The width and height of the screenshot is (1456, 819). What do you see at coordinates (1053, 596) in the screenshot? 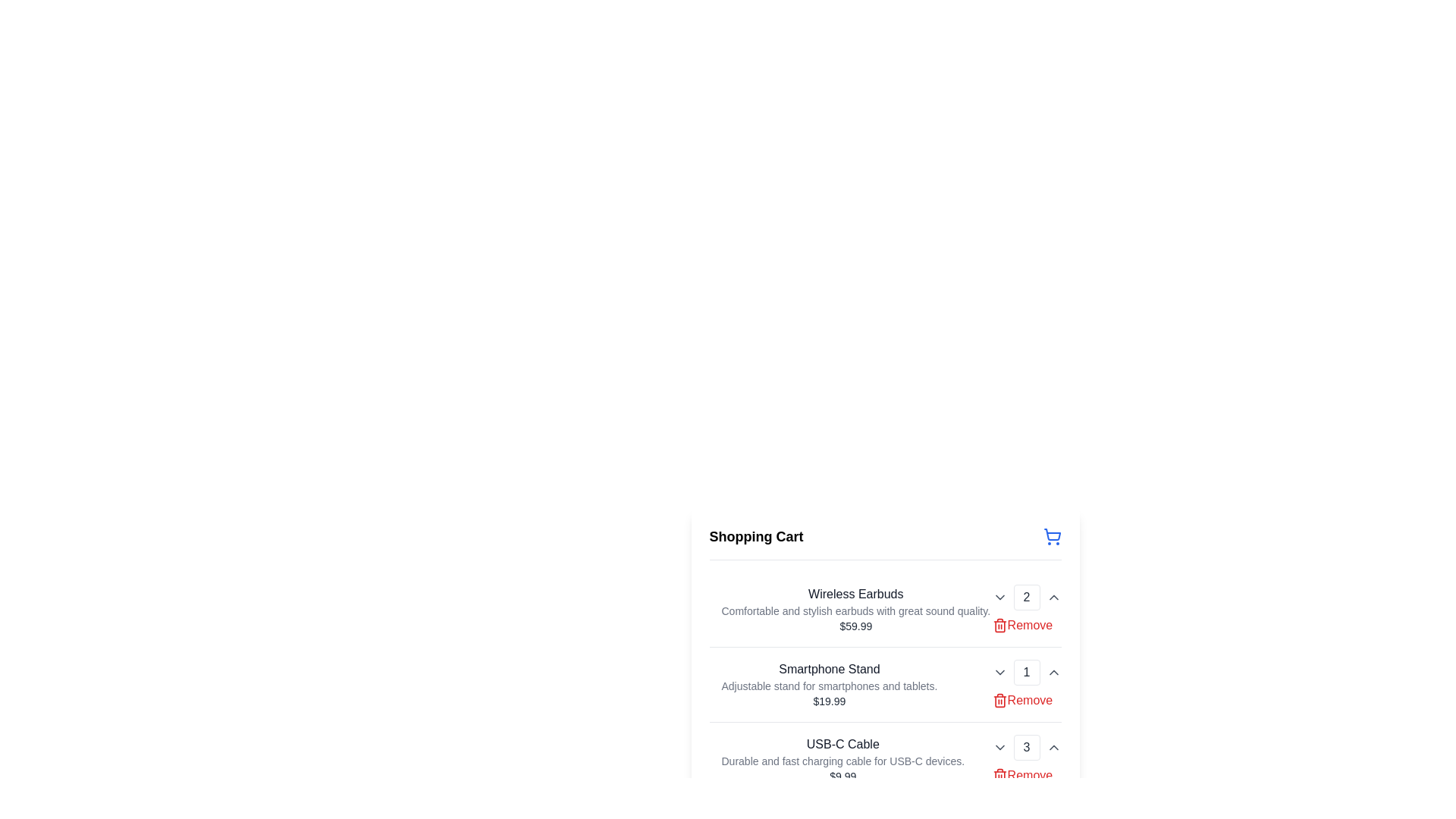
I see `the button to the right of the quantity '2' for the 'Wireless Earbuds' in the shopping cart to increase the item quantity` at bounding box center [1053, 596].